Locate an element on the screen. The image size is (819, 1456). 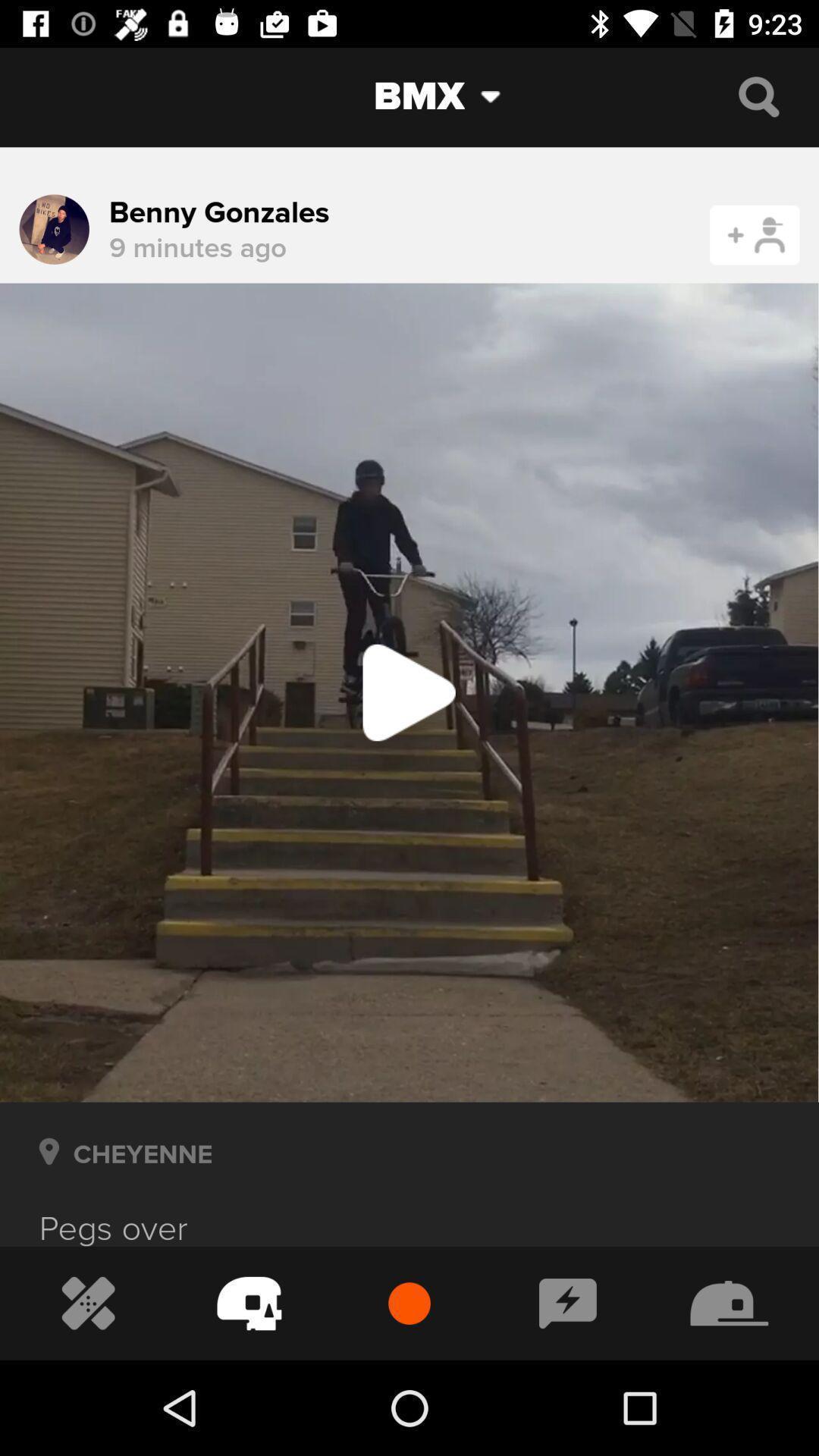
the second  icon which is at the bottom is located at coordinates (249, 1303).